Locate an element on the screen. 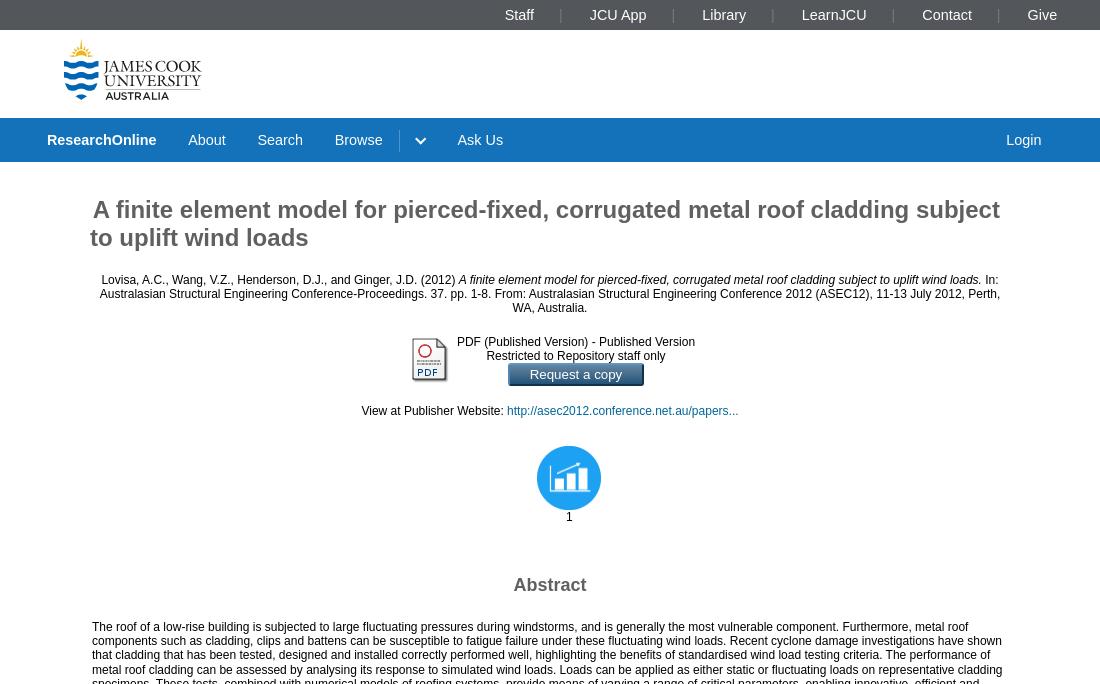 This screenshot has height=684, width=1100. 'LearnJCU' is located at coordinates (832, 13).